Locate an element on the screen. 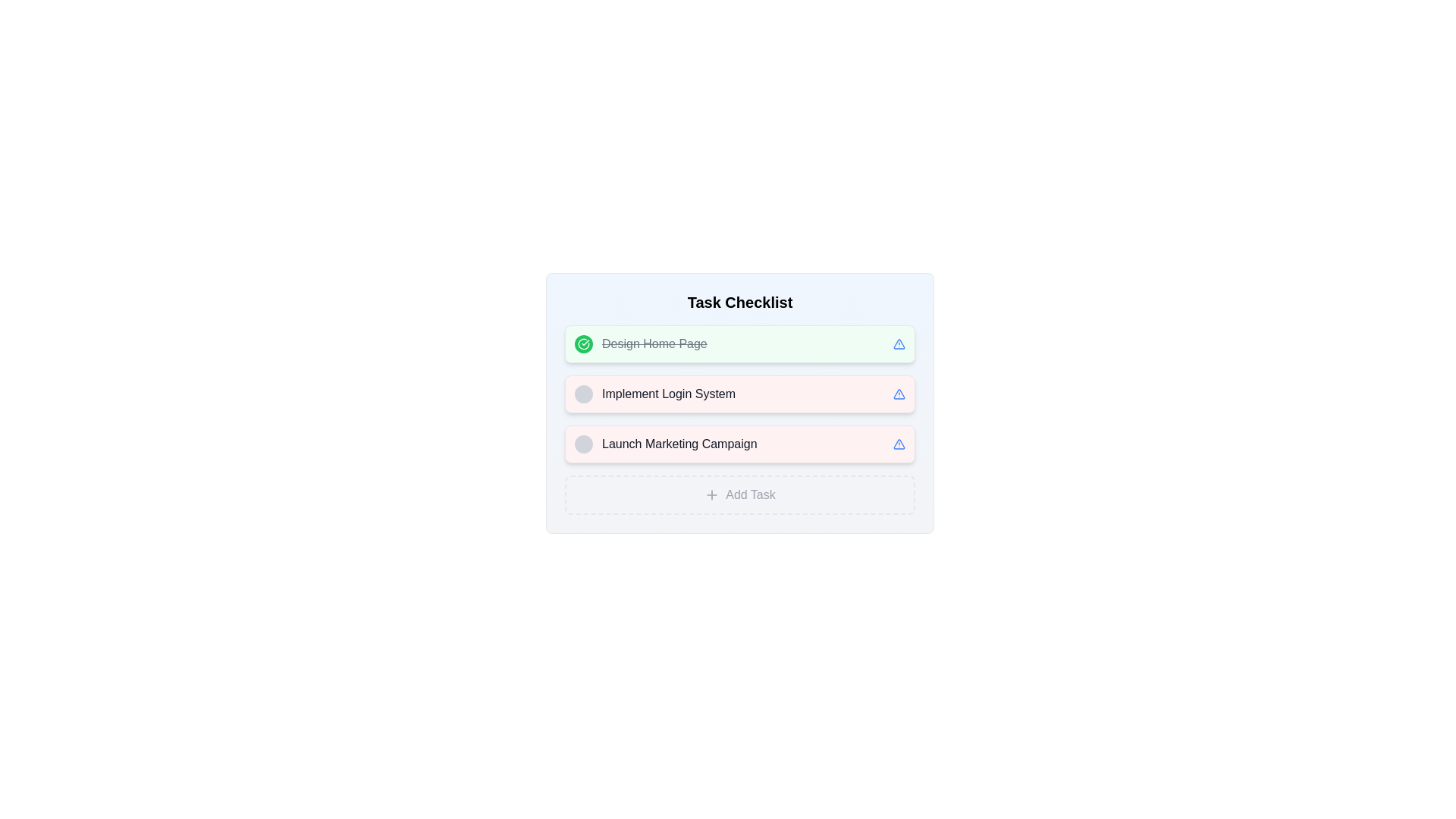 The width and height of the screenshot is (1456, 819). the text element 'Design Home Page' which is styled with a line-through and indicates a completed task in the checklist interface is located at coordinates (654, 344).